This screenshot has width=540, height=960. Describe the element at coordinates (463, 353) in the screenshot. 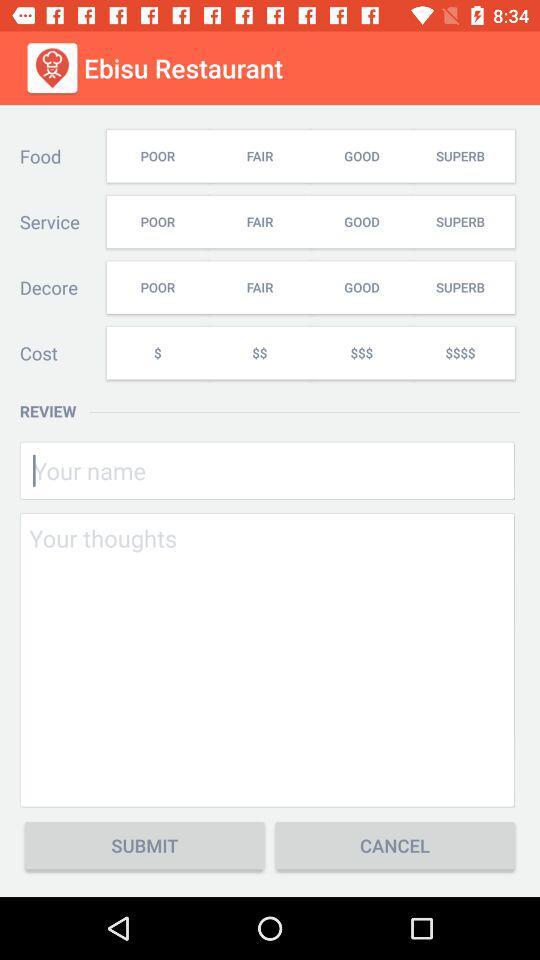

I see `icon to the right of the $$$ icon` at that location.